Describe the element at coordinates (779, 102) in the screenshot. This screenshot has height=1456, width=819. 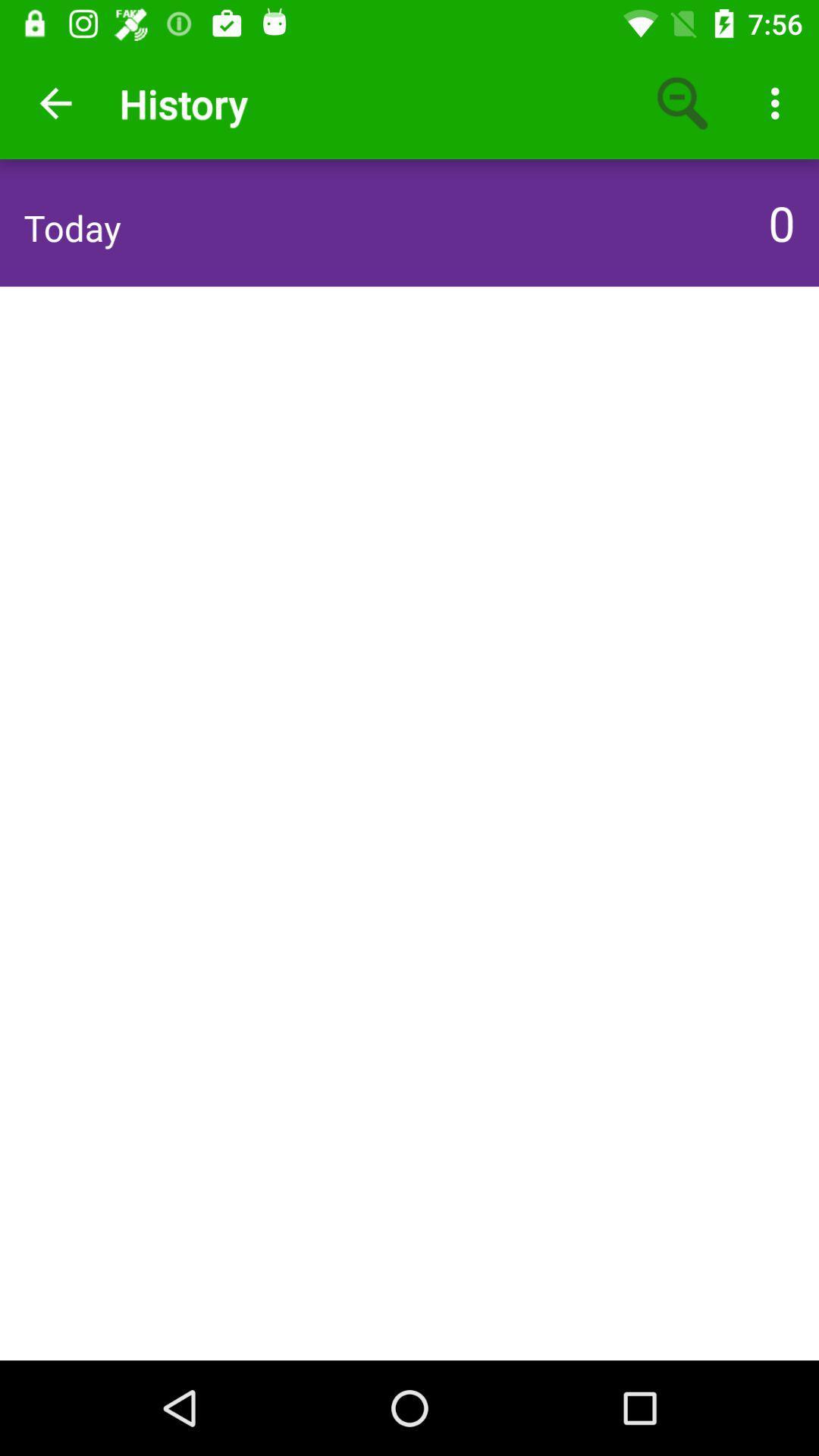
I see `icon above the 0 item` at that location.